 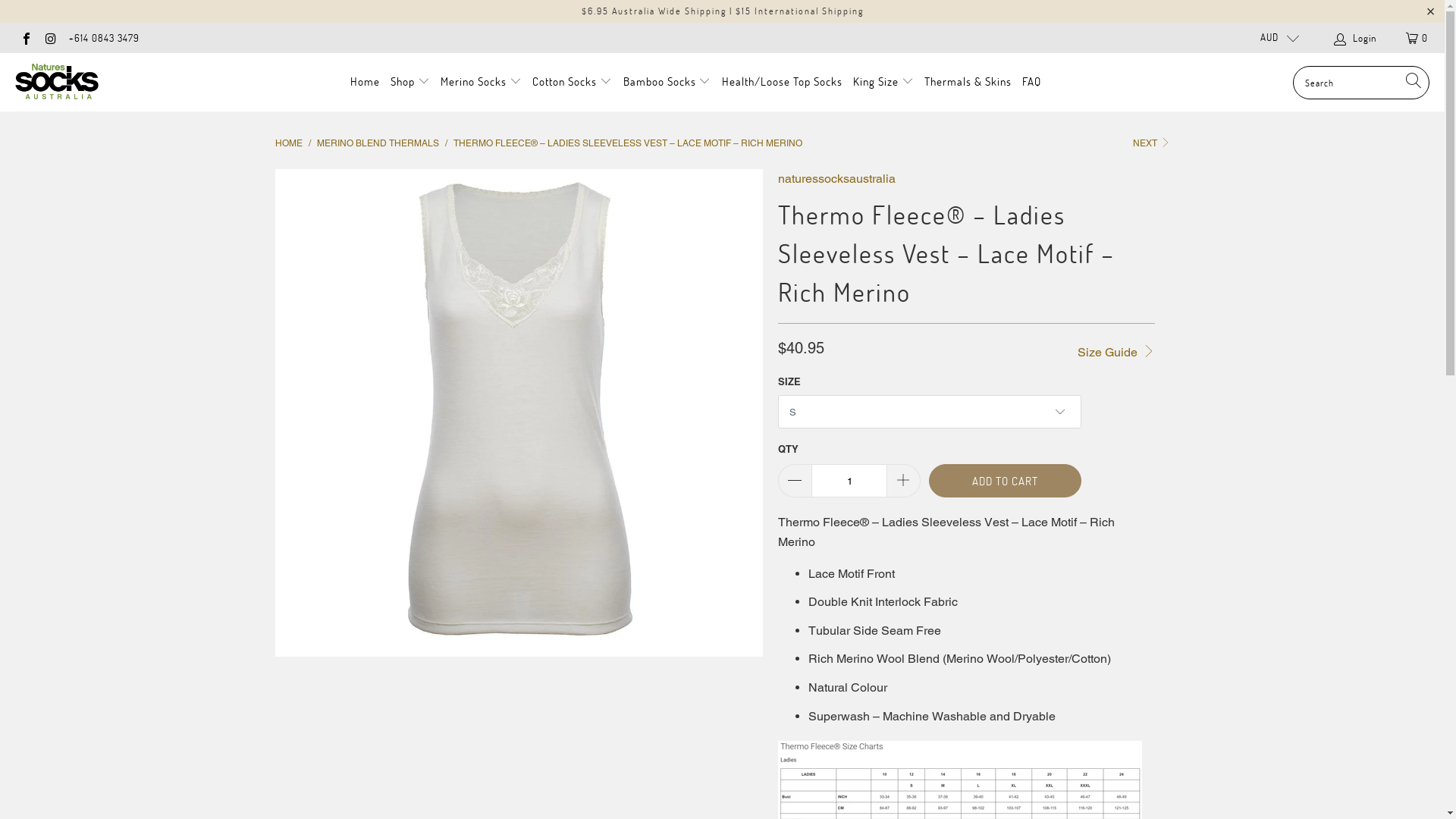 I want to click on 'HOME', so click(x=287, y=143).